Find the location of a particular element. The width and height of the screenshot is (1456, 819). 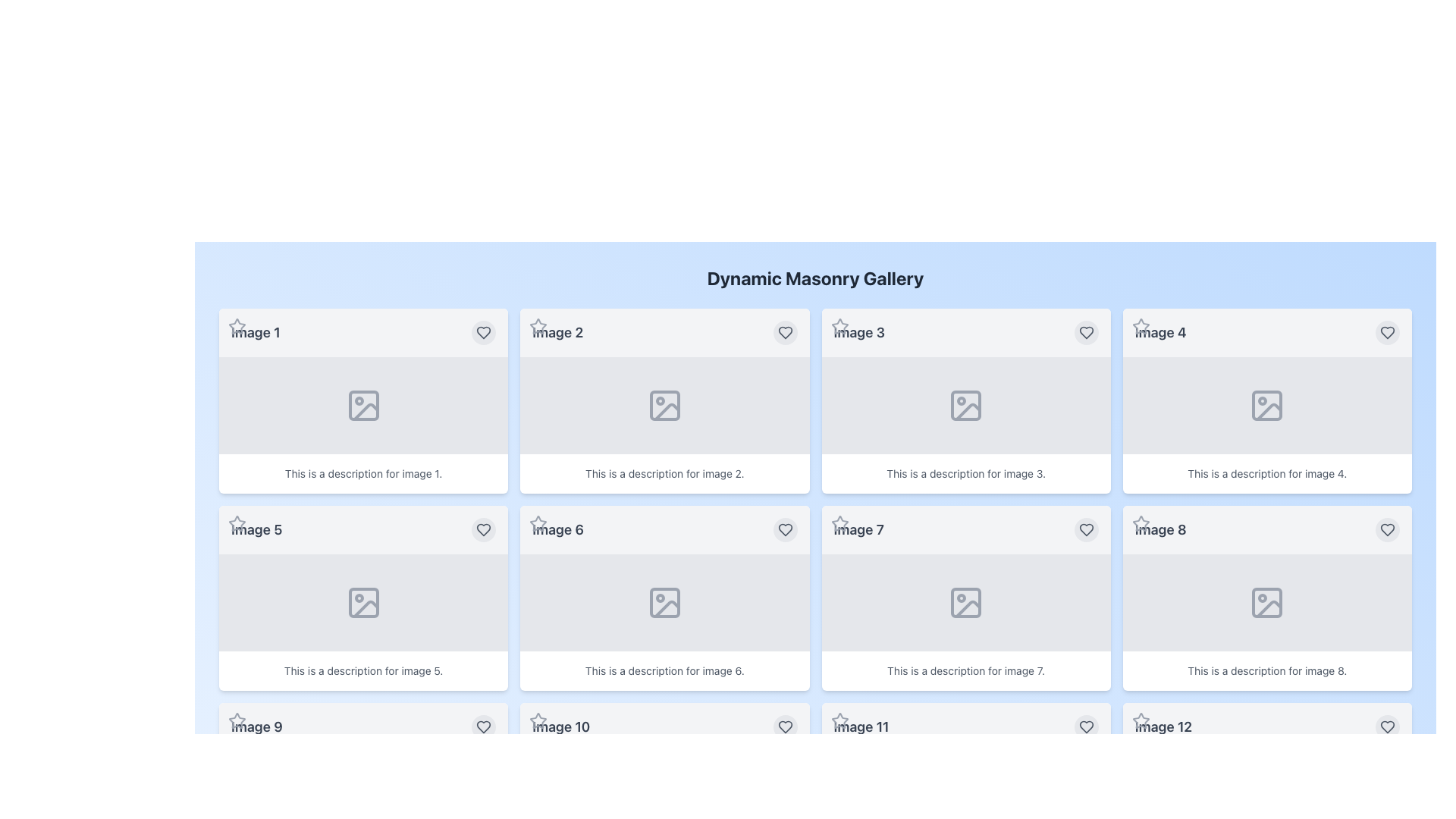

descriptive text located at the bottom section of the card labeled 'Image 7' in the dynamic grid gallery, positioned below the placeholder image and the title 'Image 7' is located at coordinates (965, 670).